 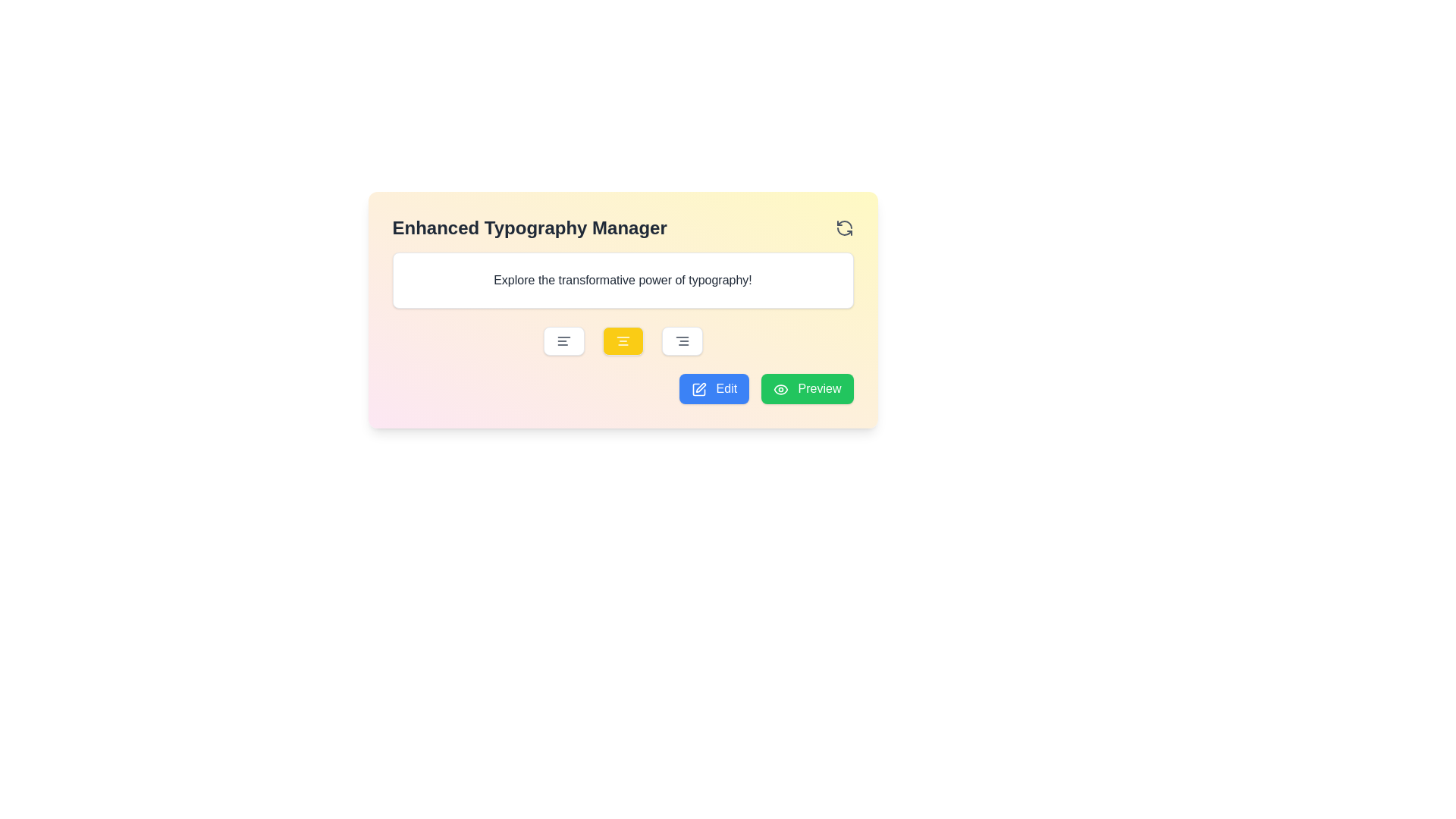 I want to click on the first rectangular button with a white background and dark gray icon of three horizontal lines, so click(x=563, y=341).